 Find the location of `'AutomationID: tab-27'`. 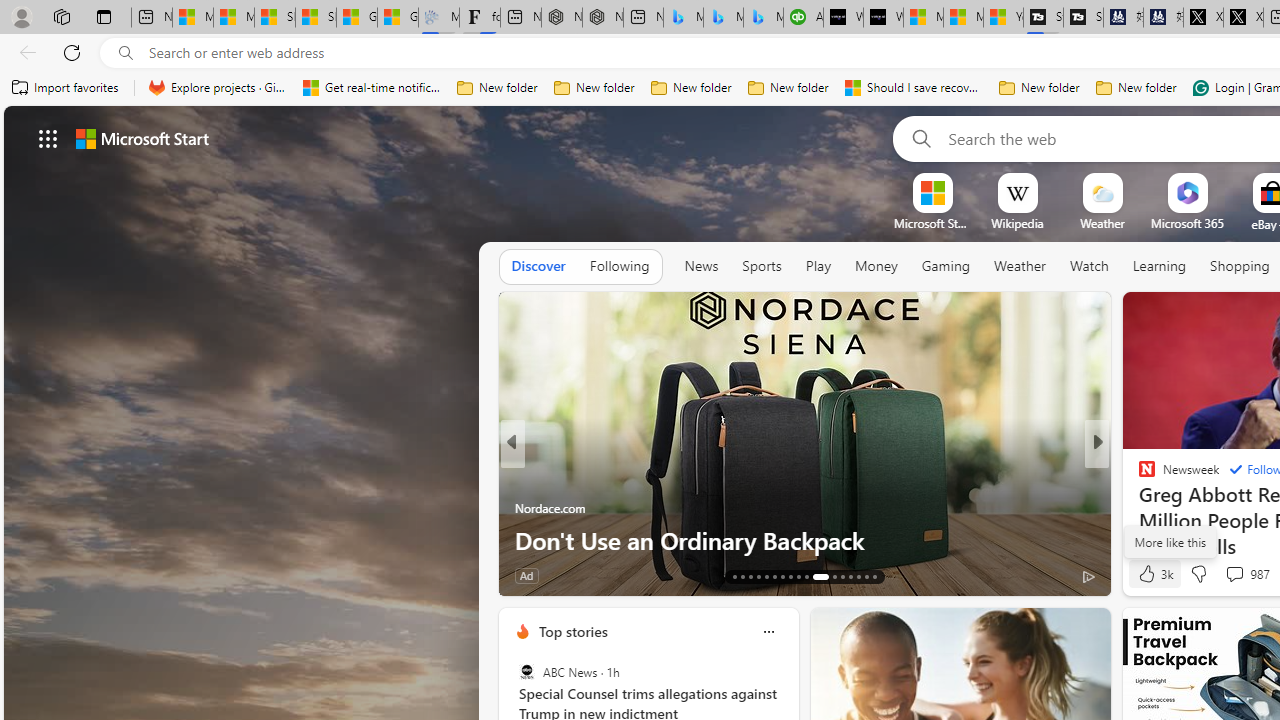

'AutomationID: tab-27' is located at coordinates (858, 577).